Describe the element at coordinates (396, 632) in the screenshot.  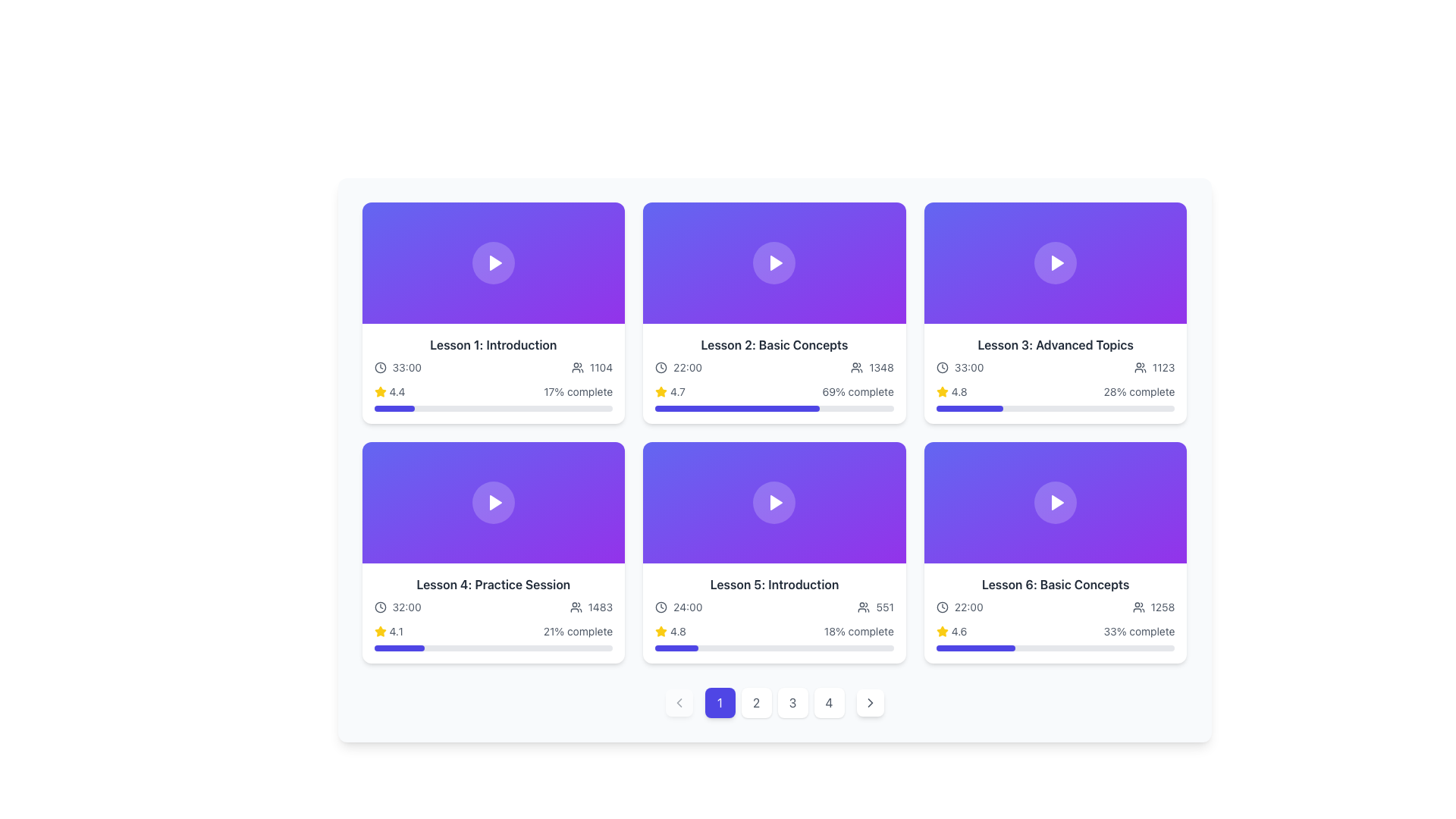
I see `the text label '4.1' styled in gray, which represents a rating score, located to the right of the yellow star icon in the card layout for 'Lesson 4: Practice Session'` at that location.